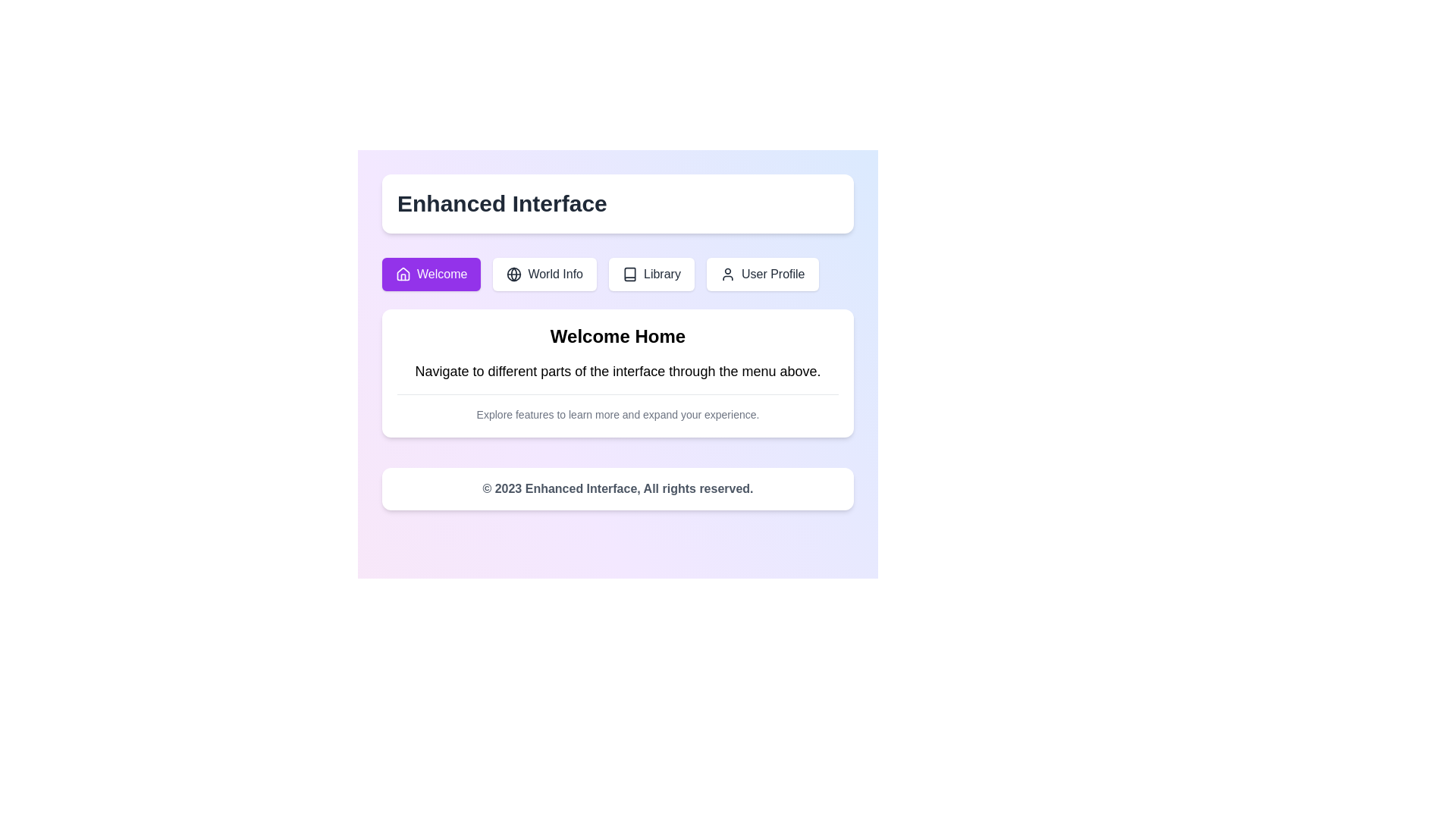 The width and height of the screenshot is (1456, 819). What do you see at coordinates (618, 488) in the screenshot?
I see `text content of the copyright notice located at the bottom of the interface, which provides legal and informative text indicating ownership and year` at bounding box center [618, 488].